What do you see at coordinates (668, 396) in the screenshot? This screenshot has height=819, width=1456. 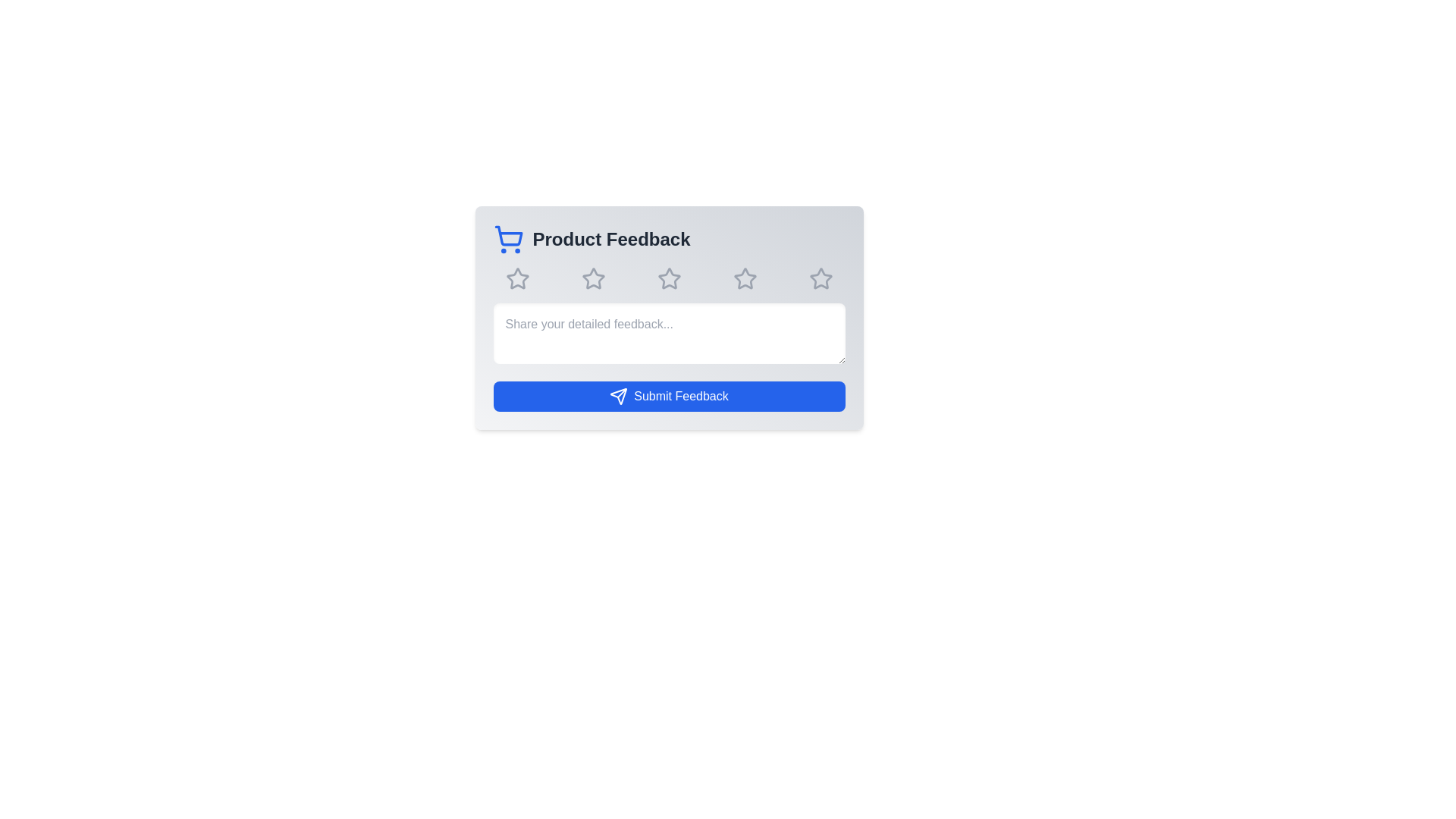 I see `the 'Submit Feedback' button, which is a rectangular button with a blue background and white text, located at the bottom center of the interface` at bounding box center [668, 396].